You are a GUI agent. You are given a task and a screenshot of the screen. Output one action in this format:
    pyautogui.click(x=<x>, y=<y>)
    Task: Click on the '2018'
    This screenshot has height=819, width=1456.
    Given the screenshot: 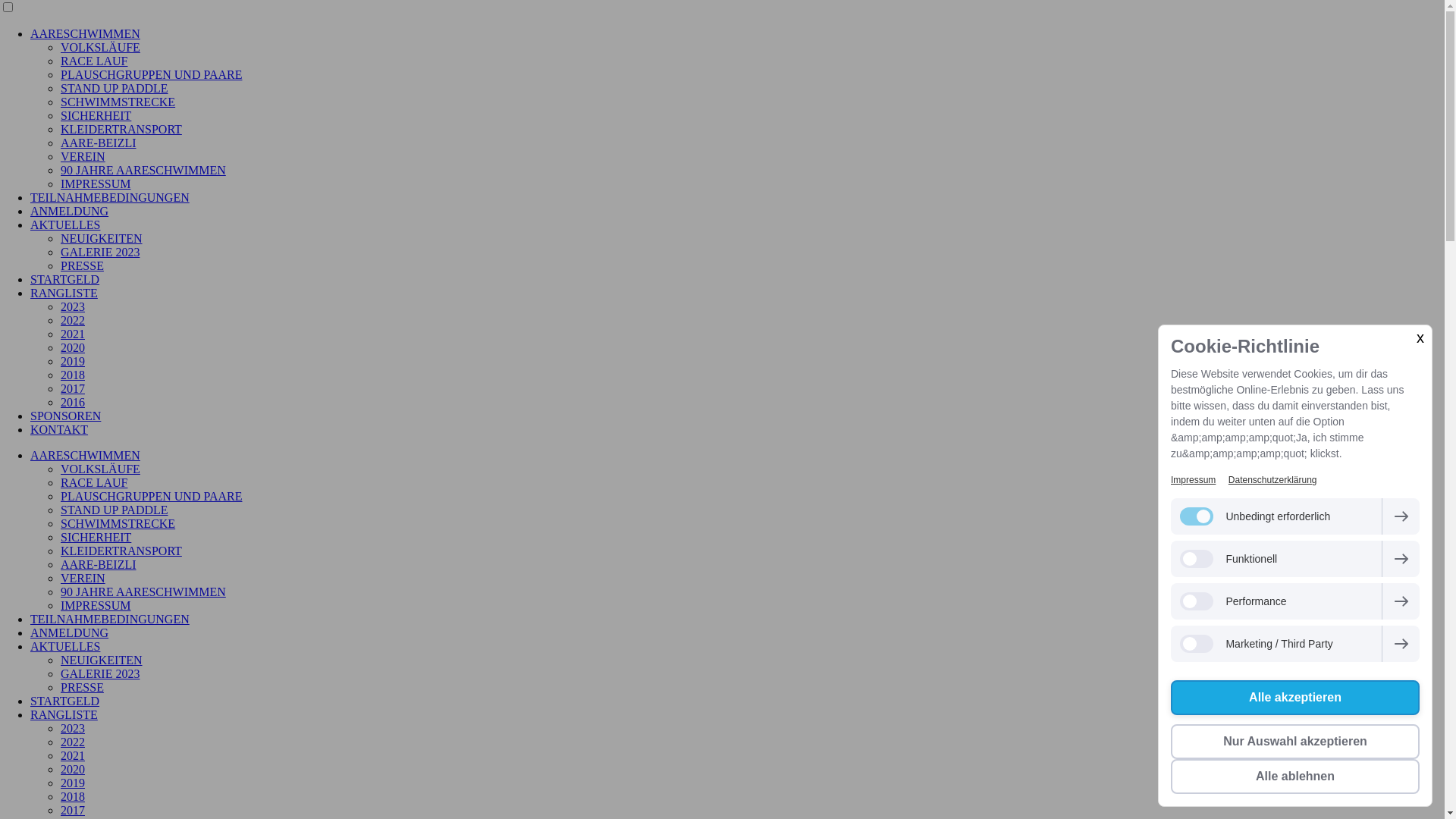 What is the action you would take?
    pyautogui.click(x=72, y=375)
    